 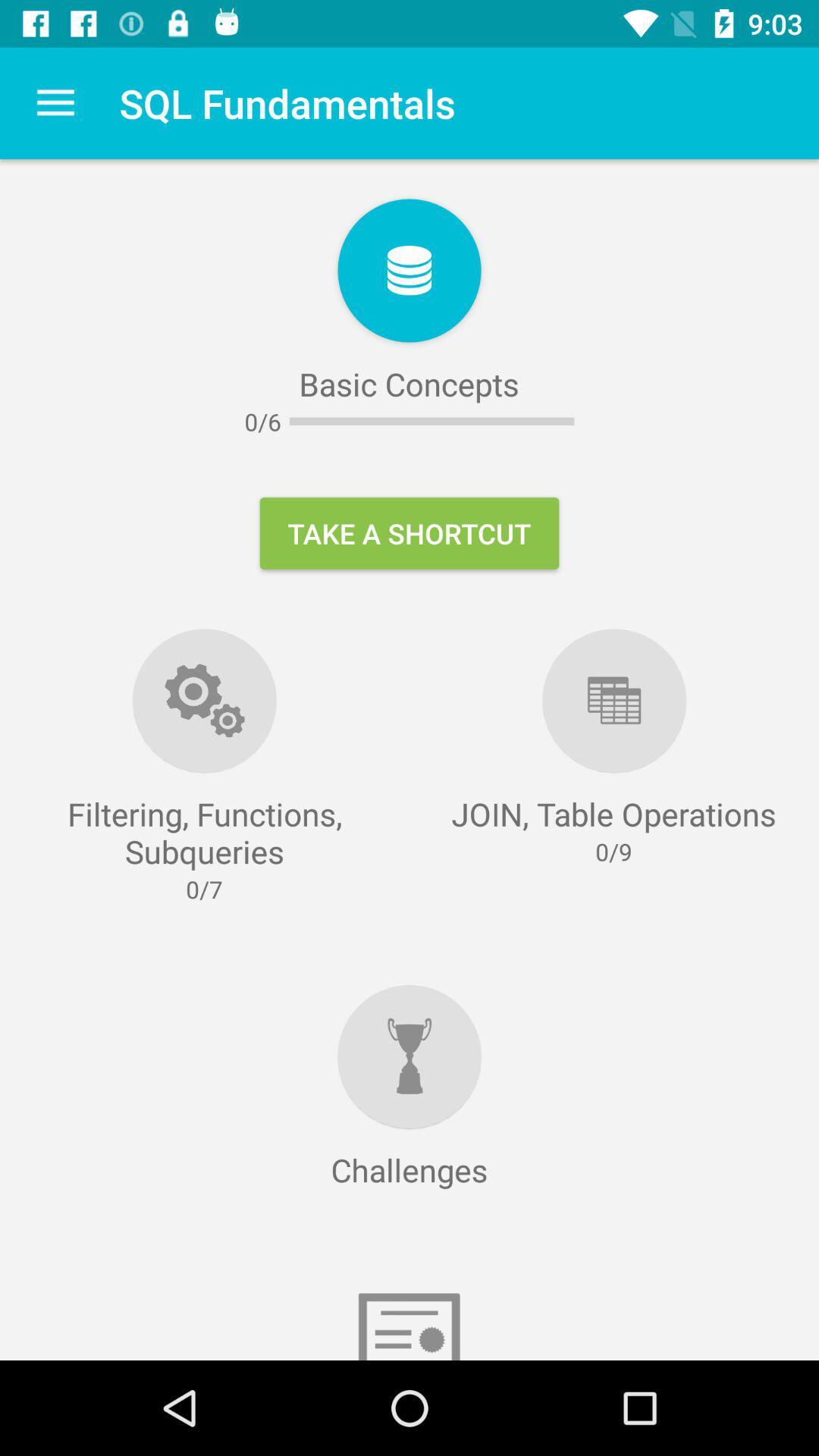 I want to click on item to the left of the sql fundamentals item, so click(x=55, y=102).